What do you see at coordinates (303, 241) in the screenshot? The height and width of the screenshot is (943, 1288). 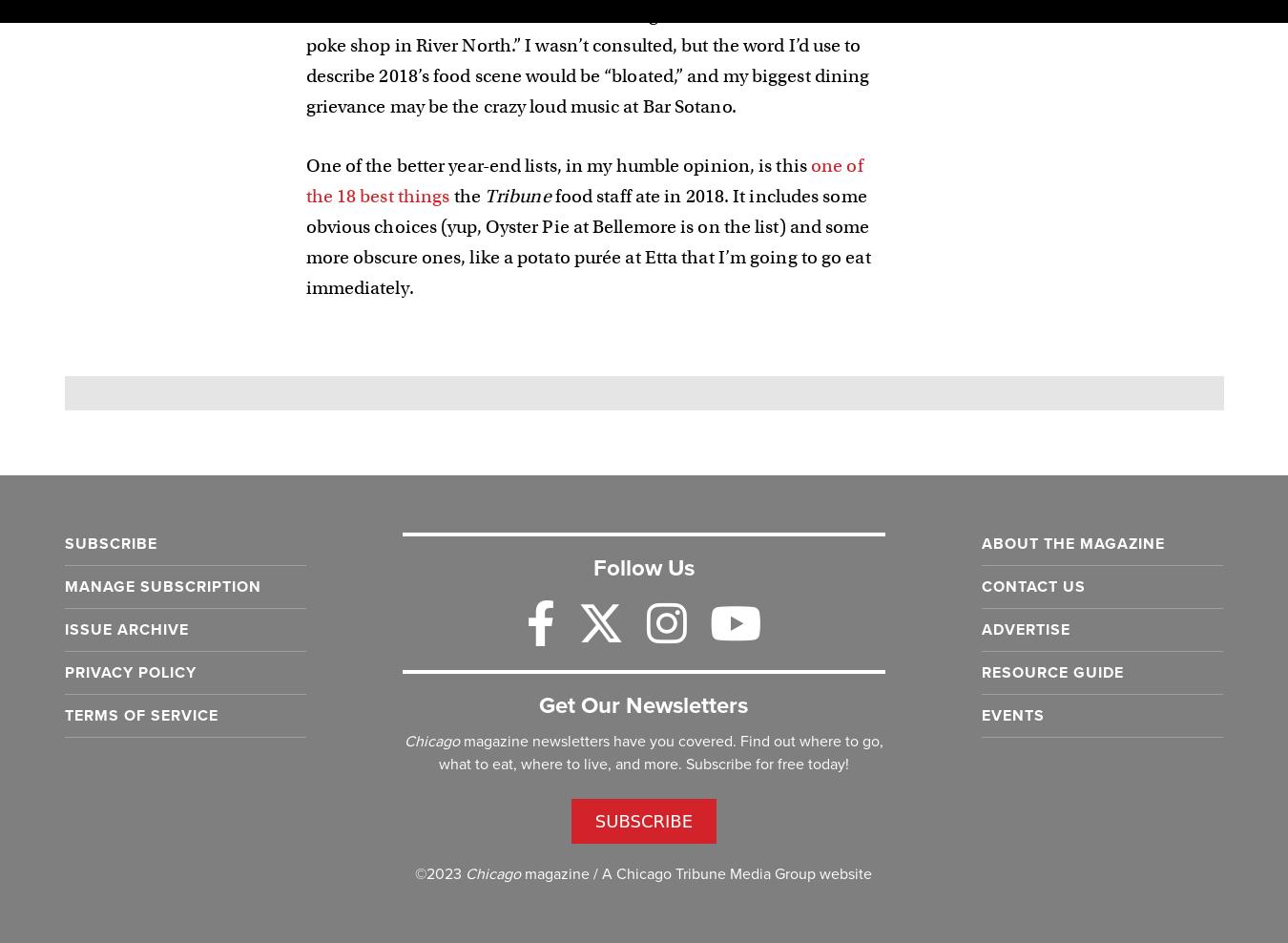 I see `'food staff ate in 2018. It includes some obvious choices (yup, Oyster Pie at Bellemore is on the list) and some more obscure ones, like a potato purée at Etta that I’m going to go eat immediately.'` at bounding box center [303, 241].